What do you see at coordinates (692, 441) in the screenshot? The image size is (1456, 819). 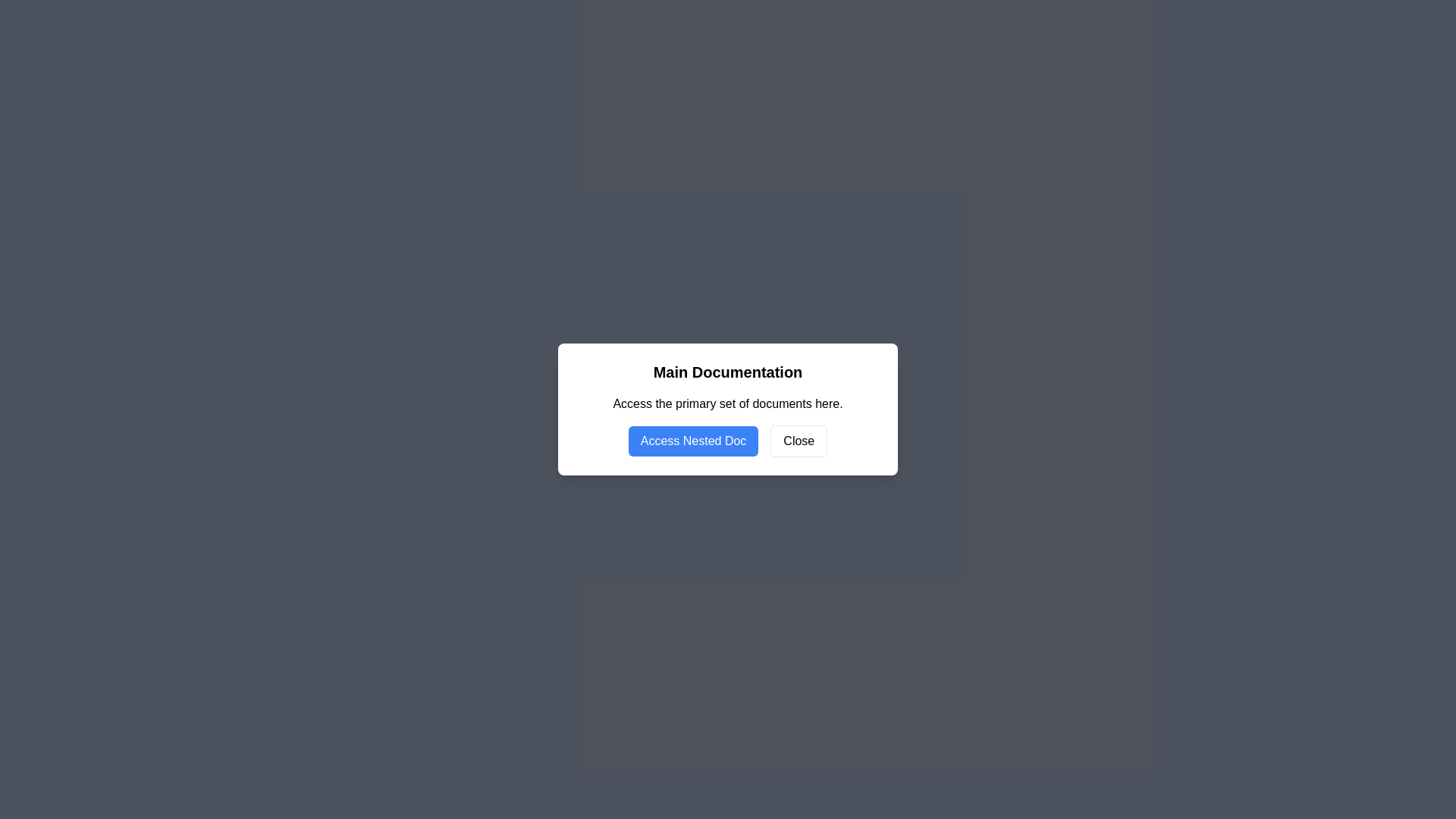 I see `the button located in the 'Main Documentation' dialog box, positioned at the lower center to the left of the 'Close' button` at bounding box center [692, 441].